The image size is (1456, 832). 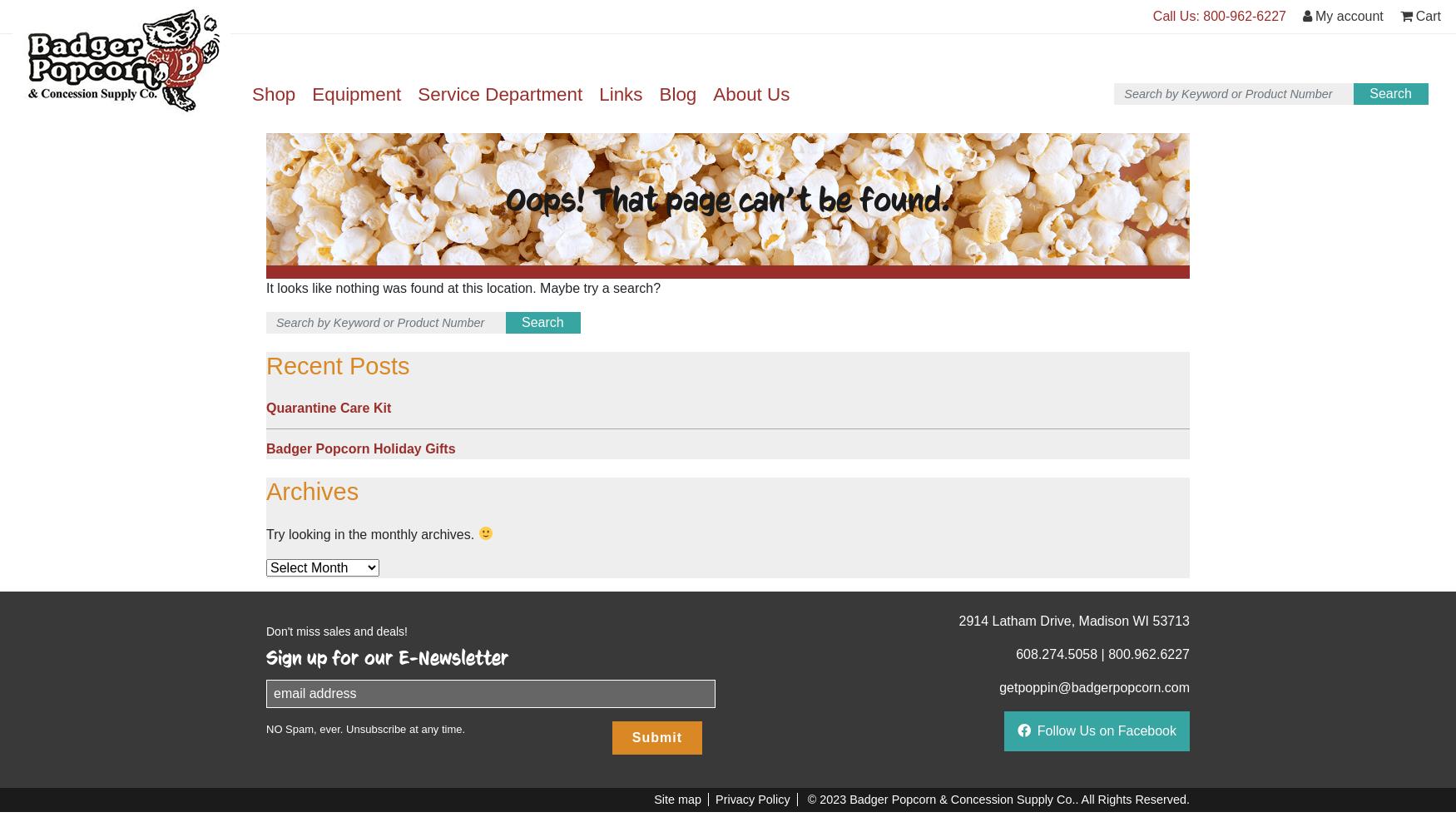 What do you see at coordinates (312, 490) in the screenshot?
I see `'Archives'` at bounding box center [312, 490].